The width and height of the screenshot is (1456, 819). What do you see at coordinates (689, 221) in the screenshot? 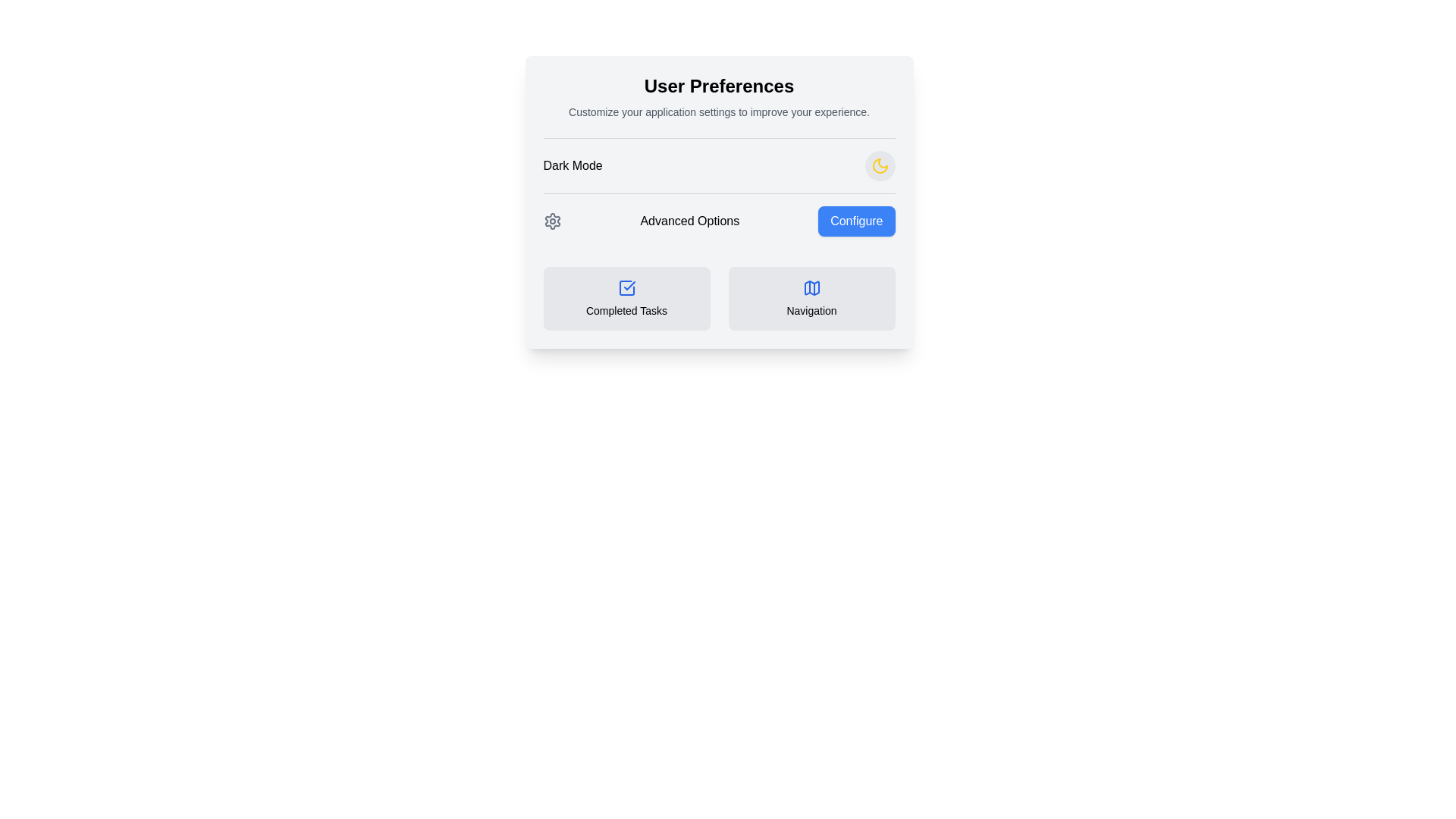
I see `the advanced settings label located between the gear icon and the 'Configure' button` at bounding box center [689, 221].